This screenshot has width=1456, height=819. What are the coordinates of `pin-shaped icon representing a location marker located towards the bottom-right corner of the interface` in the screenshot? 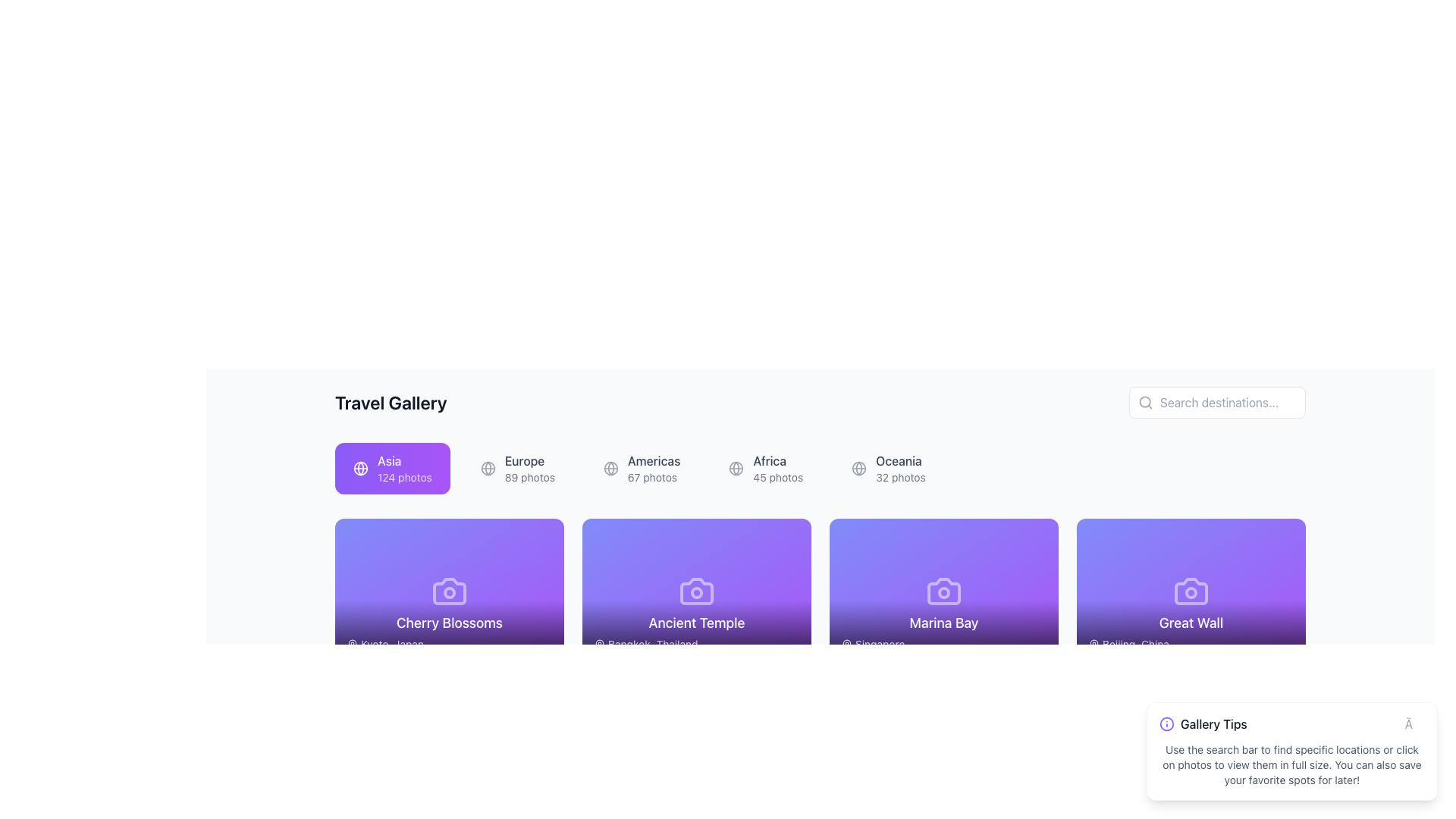 It's located at (352, 806).